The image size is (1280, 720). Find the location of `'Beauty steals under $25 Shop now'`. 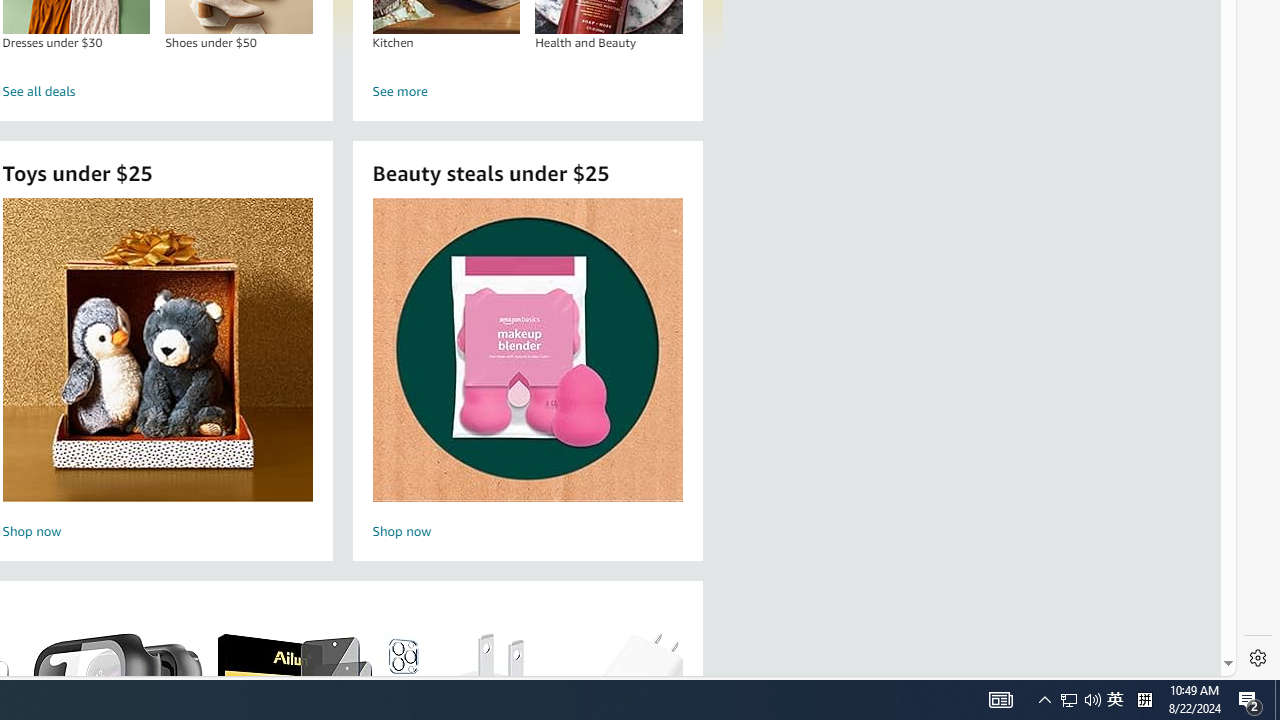

'Beauty steals under $25 Shop now' is located at coordinates (527, 348).